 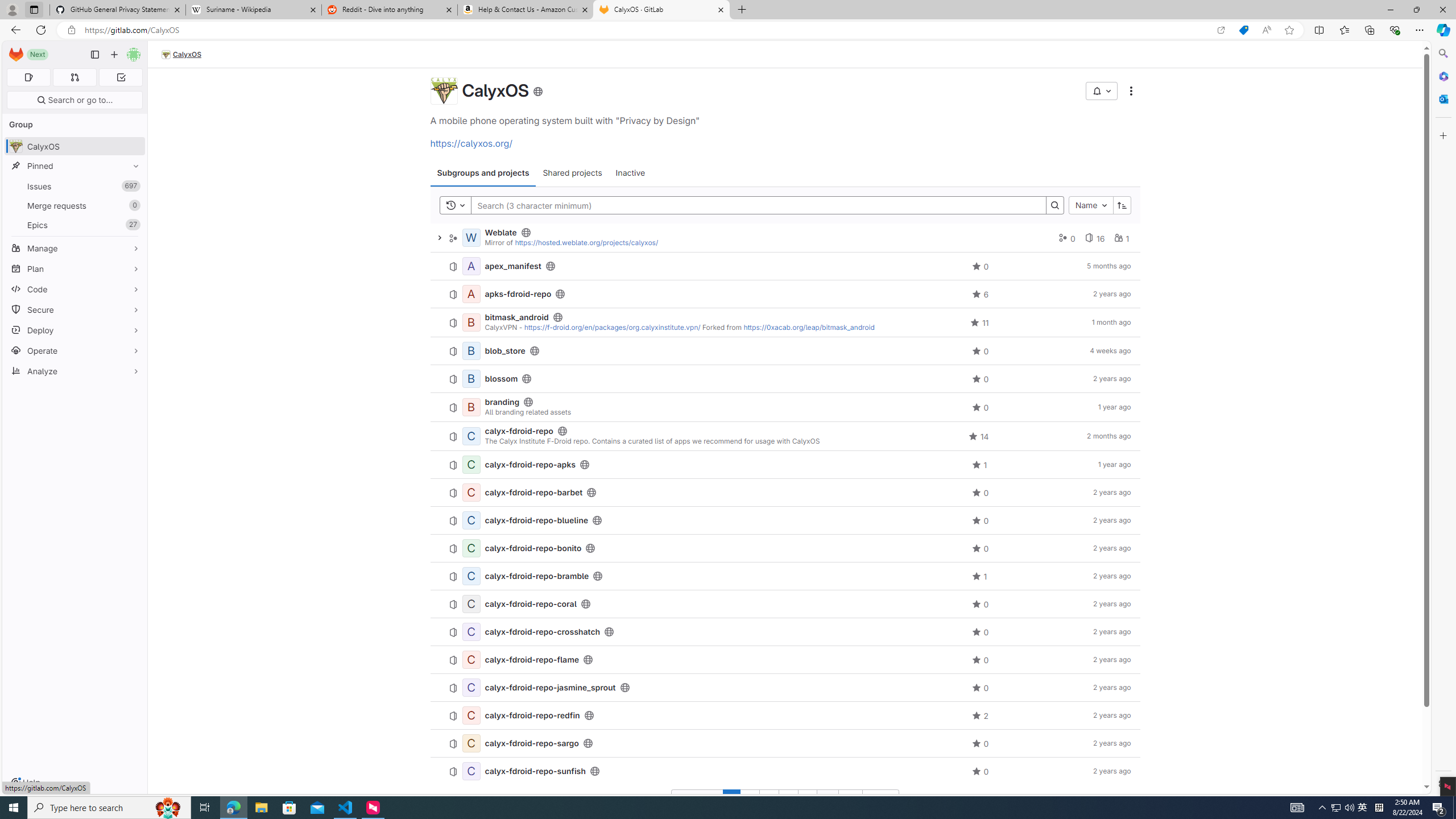 What do you see at coordinates (536, 520) in the screenshot?
I see `'calyx-fdroid-repo-blueline'` at bounding box center [536, 520].